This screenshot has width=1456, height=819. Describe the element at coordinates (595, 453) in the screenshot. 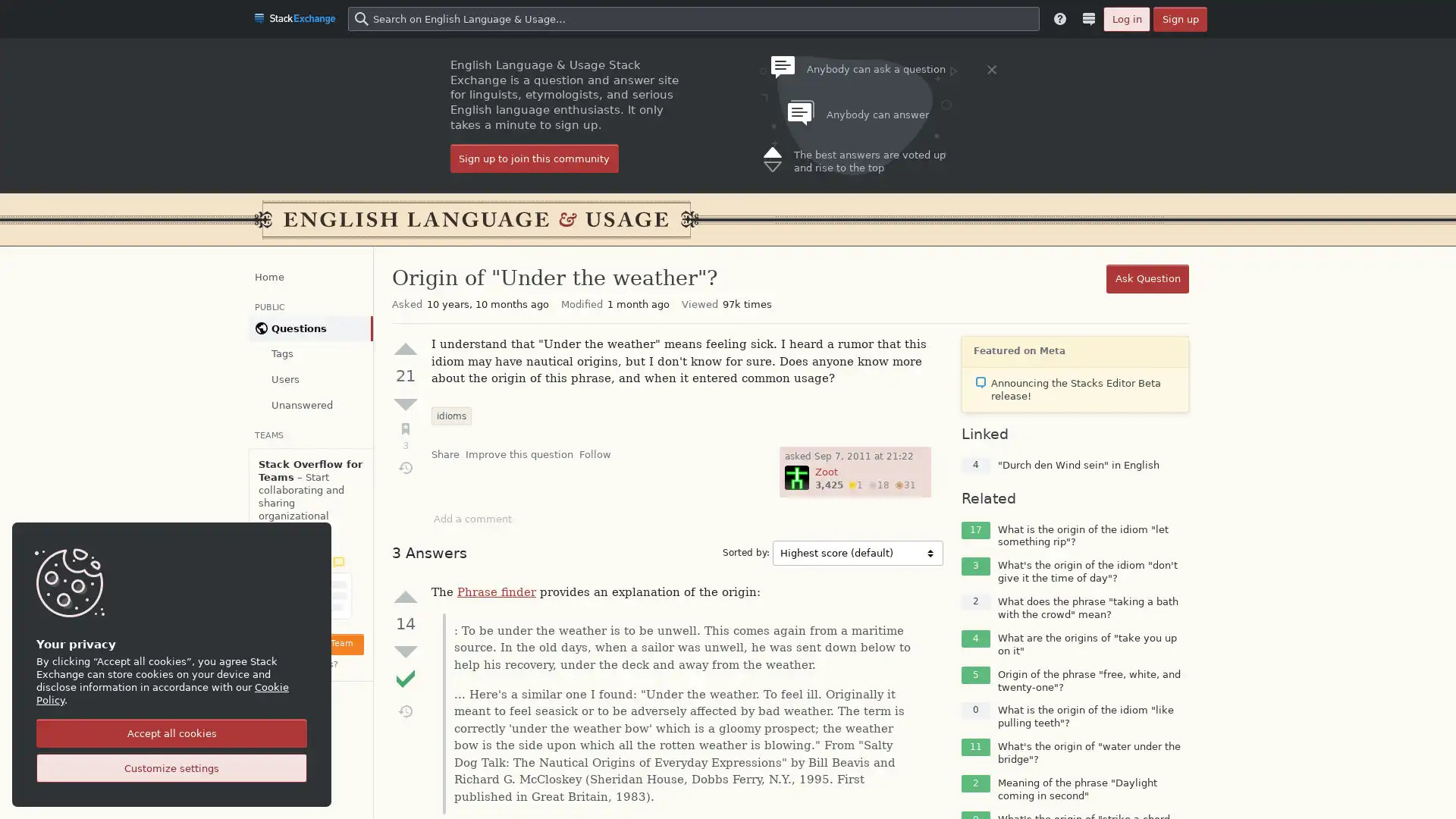

I see `Follow` at that location.